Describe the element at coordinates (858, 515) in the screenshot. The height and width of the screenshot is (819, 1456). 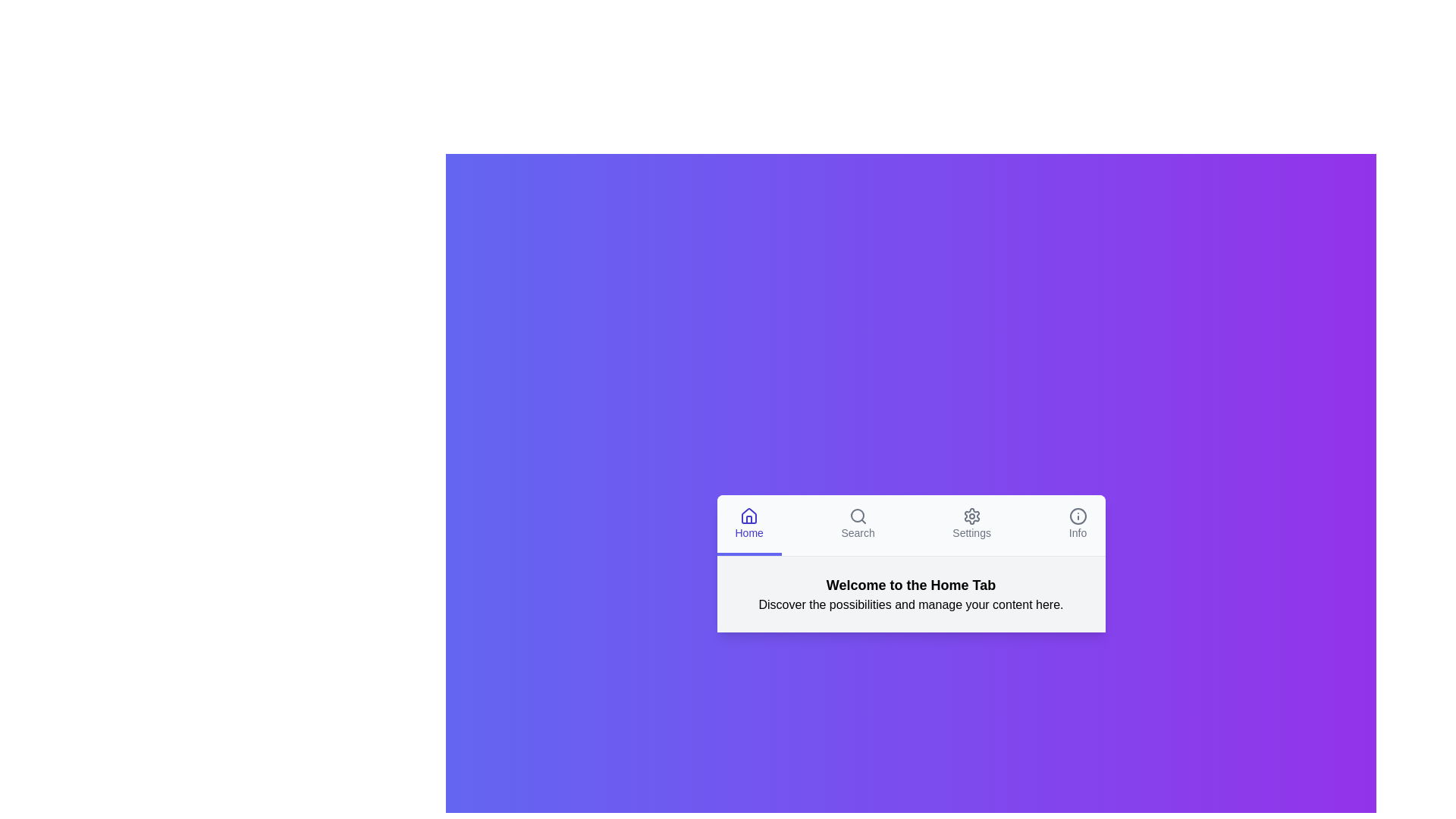
I see `the 'Search' icon located in the navigation bar, which signifies the functionality of searching within the application` at that location.